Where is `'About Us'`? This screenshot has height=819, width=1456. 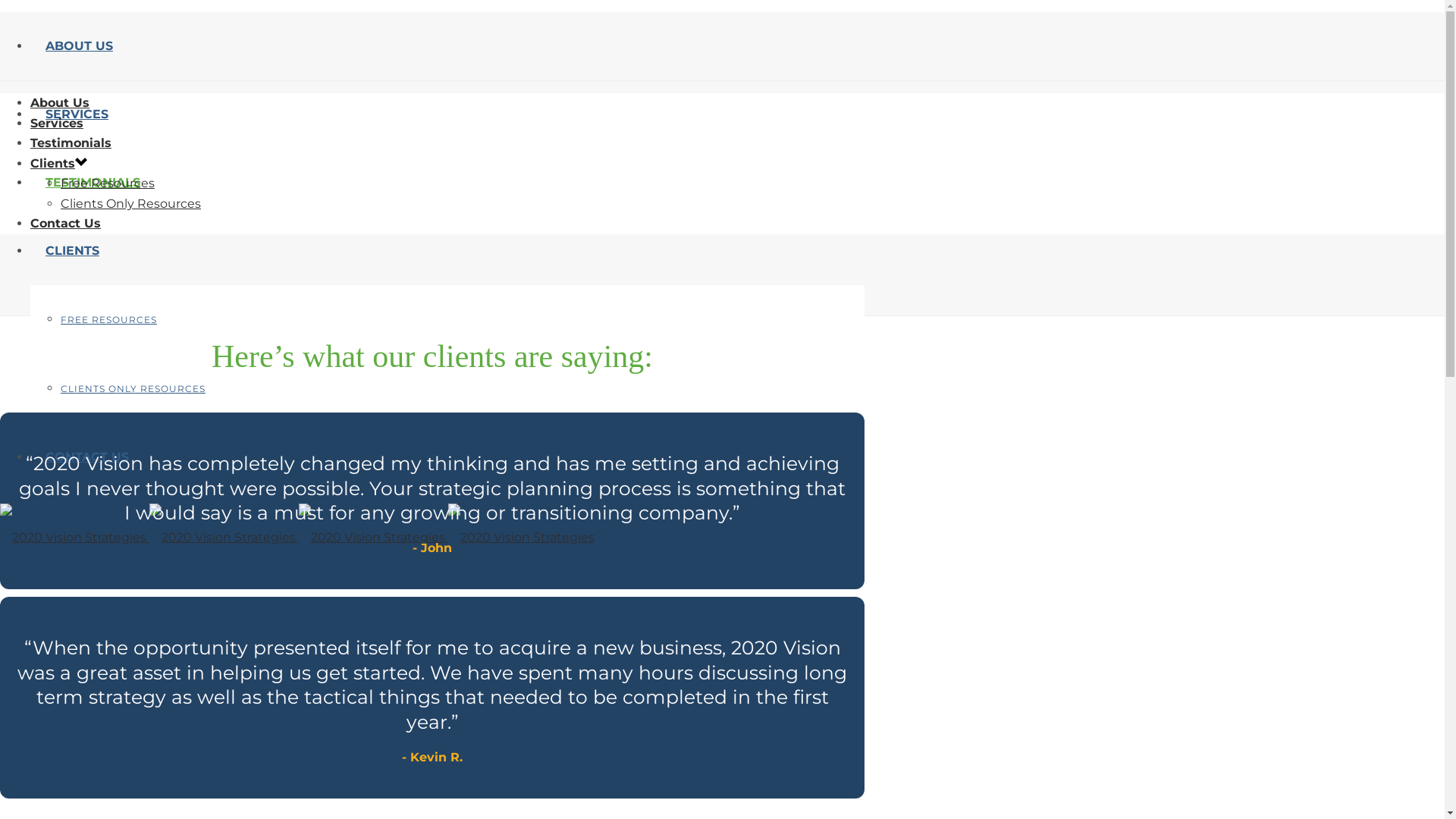 'About Us' is located at coordinates (59, 102).